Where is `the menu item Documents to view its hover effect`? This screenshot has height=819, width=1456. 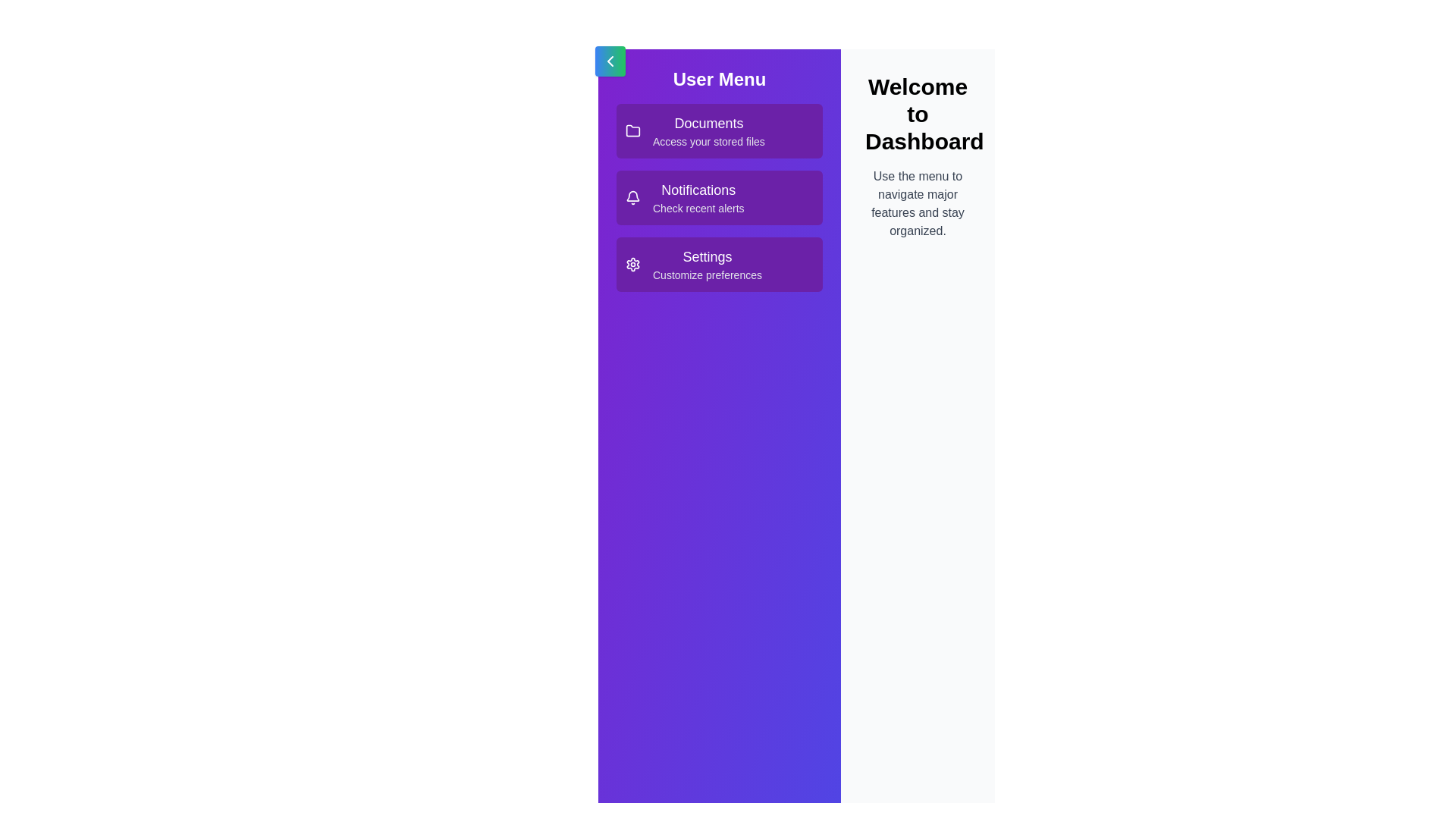
the menu item Documents to view its hover effect is located at coordinates (719, 130).